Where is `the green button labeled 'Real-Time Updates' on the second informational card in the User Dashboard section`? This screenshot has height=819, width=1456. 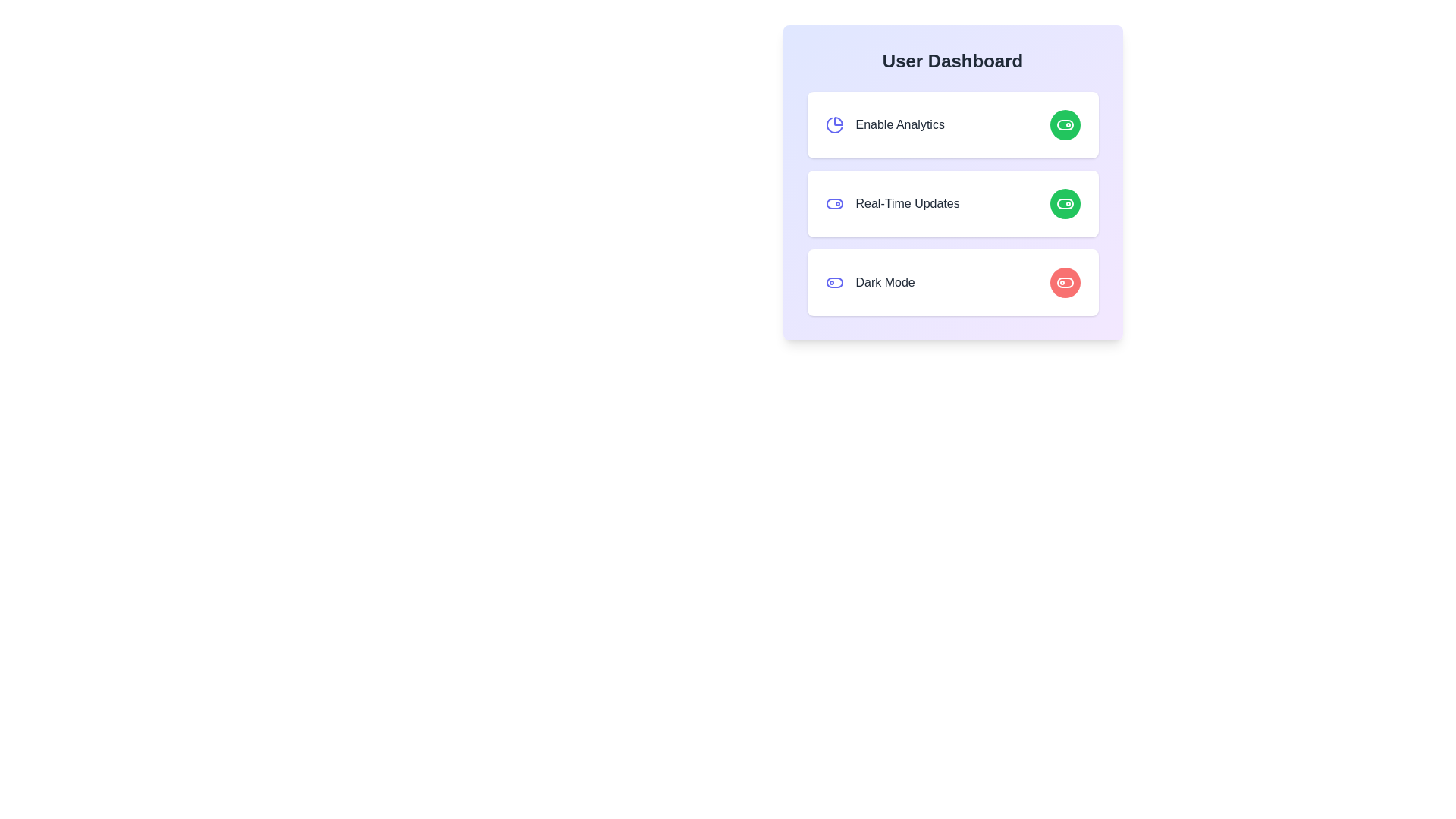
the green button labeled 'Real-Time Updates' on the second informational card in the User Dashboard section is located at coordinates (952, 181).